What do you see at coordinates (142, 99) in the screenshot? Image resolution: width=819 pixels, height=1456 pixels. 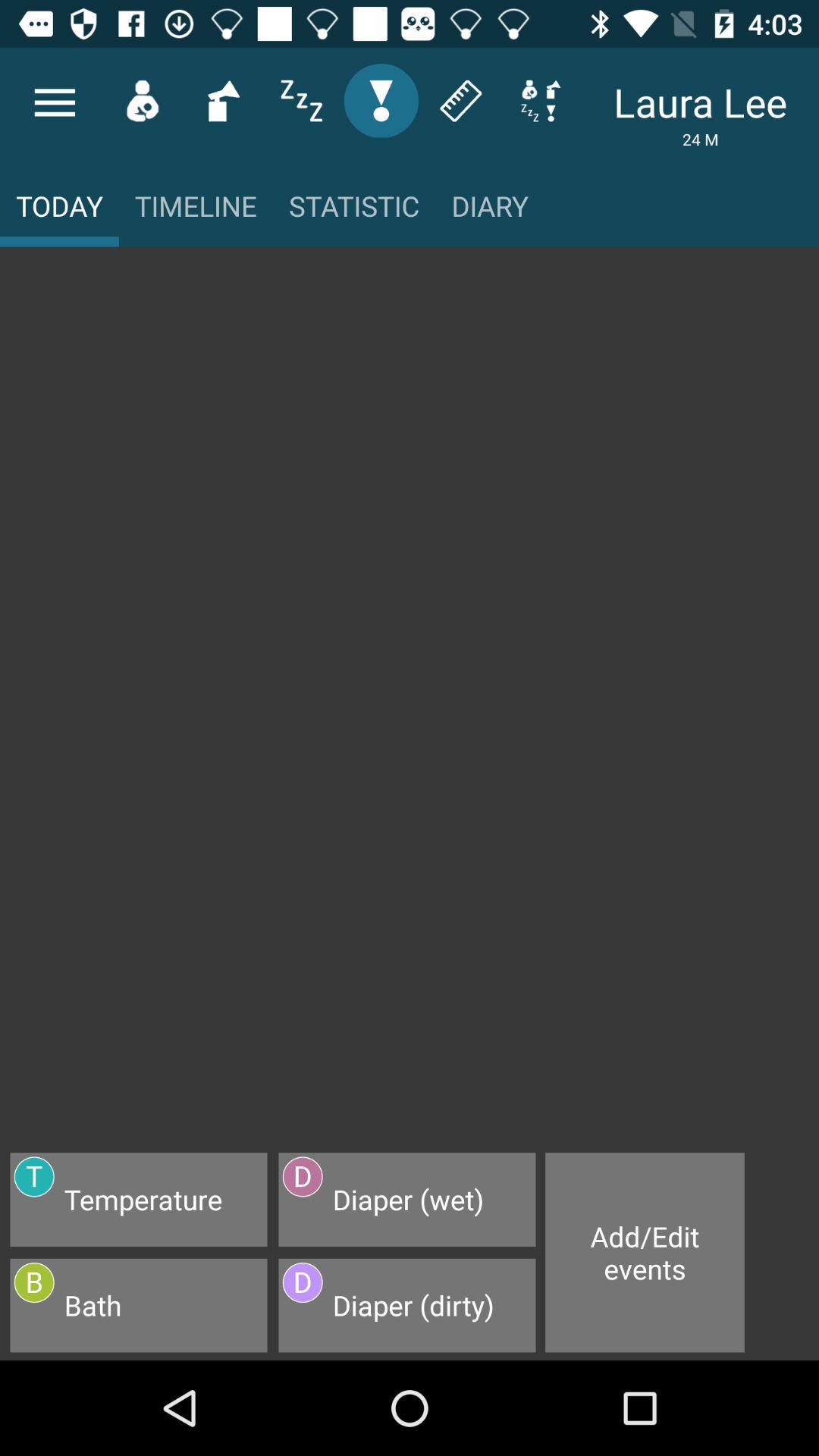 I see `the avatar icon` at bounding box center [142, 99].